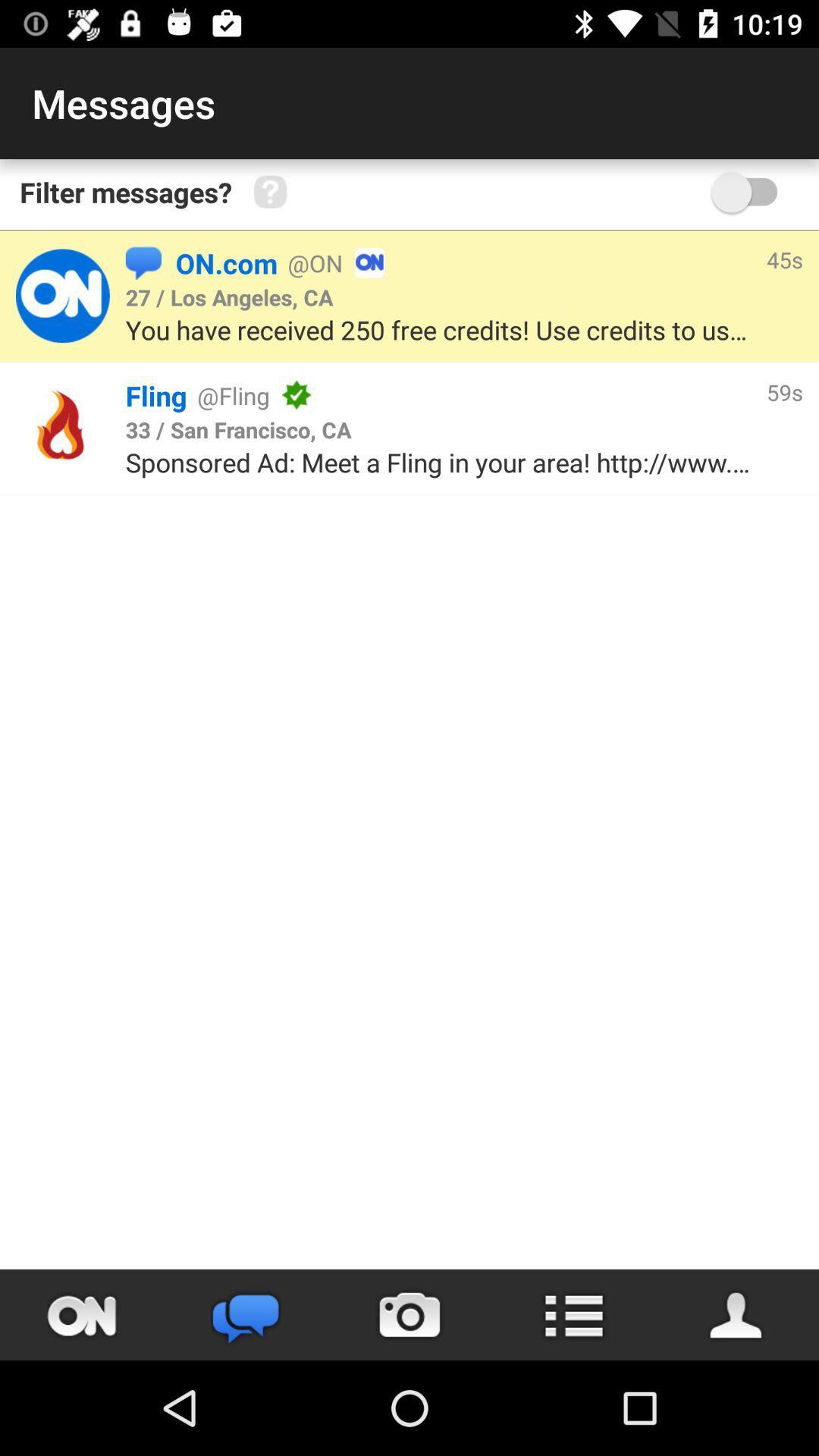 The width and height of the screenshot is (819, 1456). Describe the element at coordinates (61, 296) in the screenshot. I see `the page of on` at that location.